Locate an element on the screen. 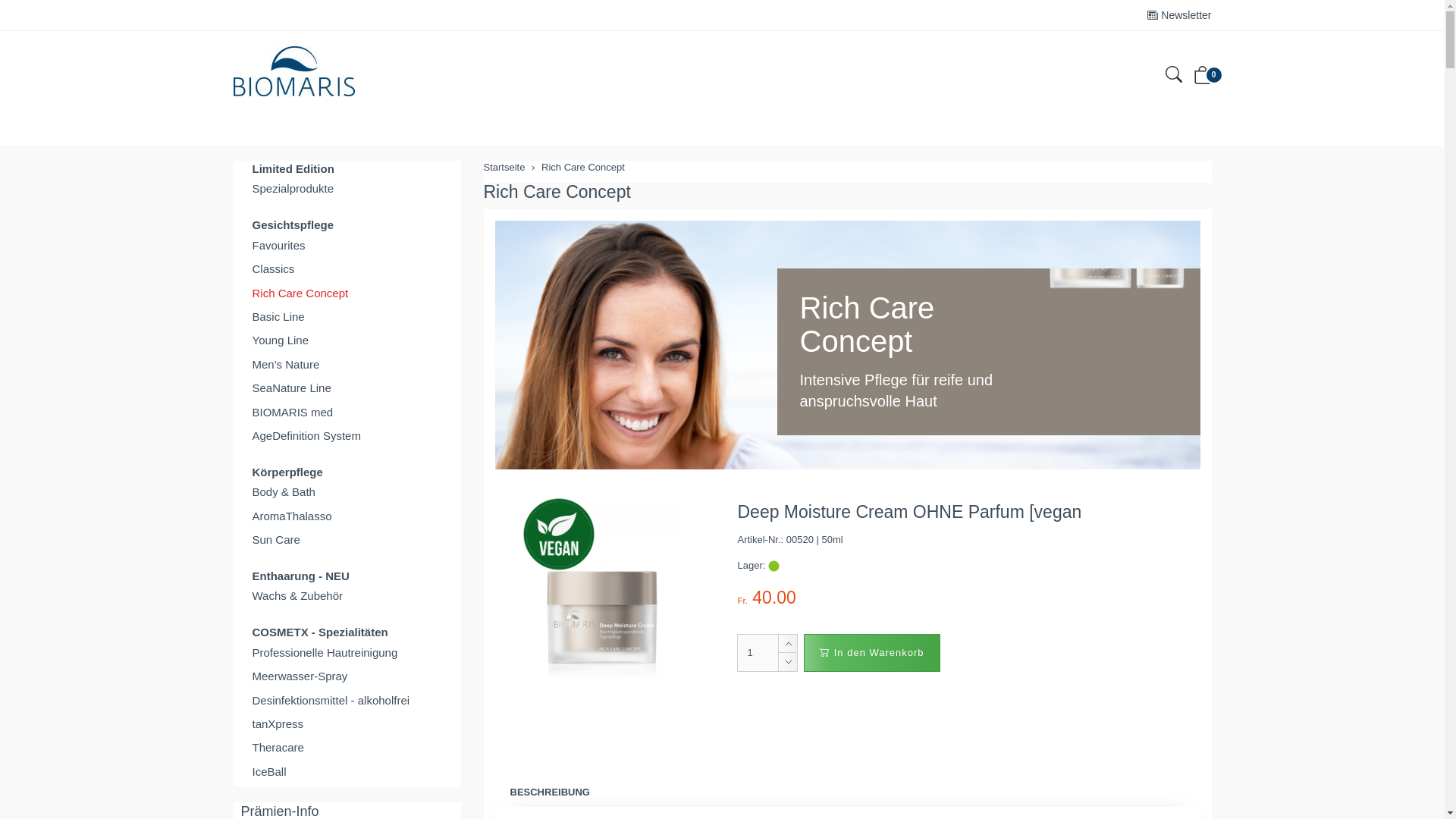  'AromaThalasso' is located at coordinates (346, 515).